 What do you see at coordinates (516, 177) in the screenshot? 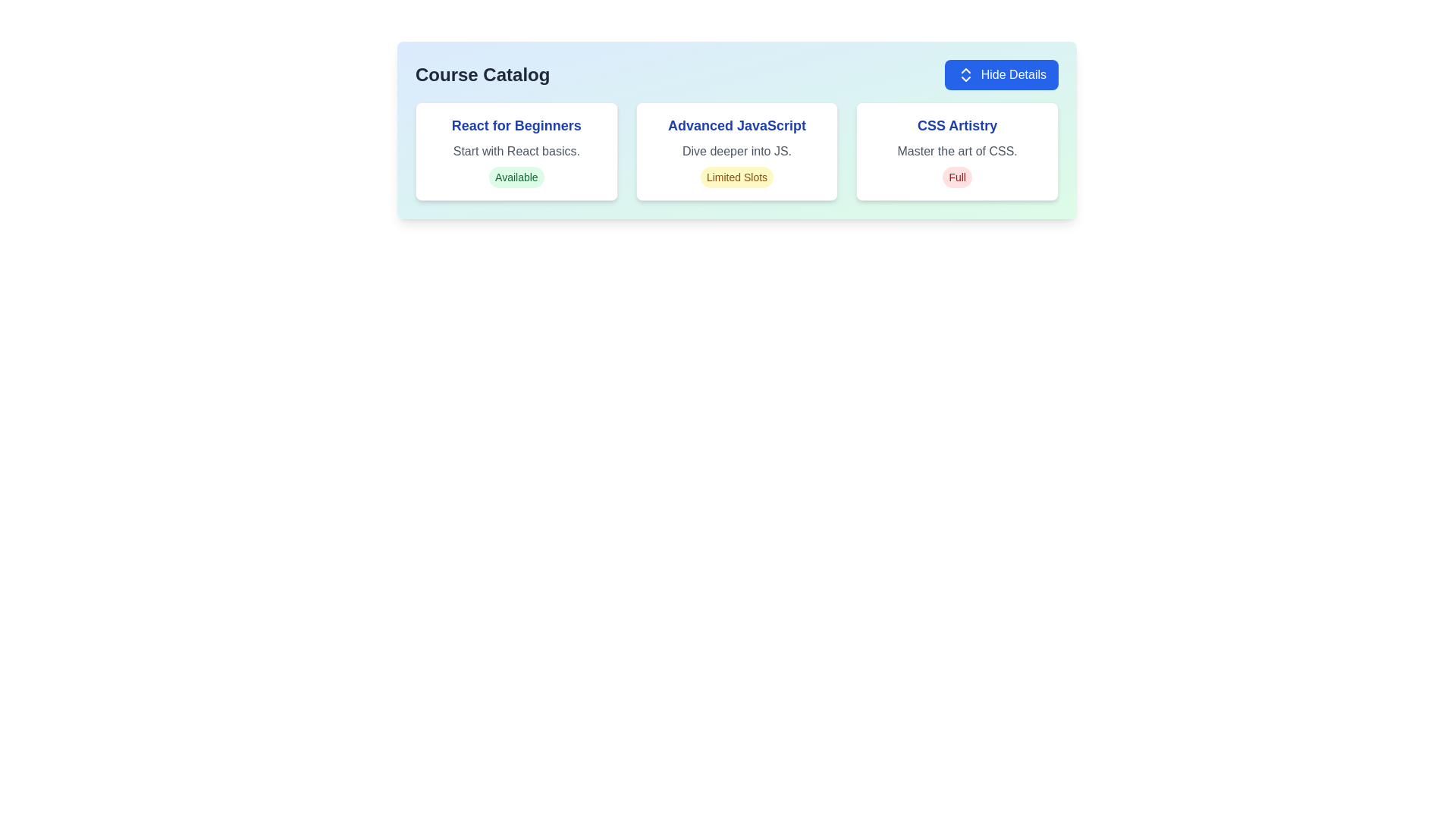
I see `the status label indicating availability for the course 'React for Beginners', which is located below the text 'Start with React basics.' in the Course Catalog section` at bounding box center [516, 177].